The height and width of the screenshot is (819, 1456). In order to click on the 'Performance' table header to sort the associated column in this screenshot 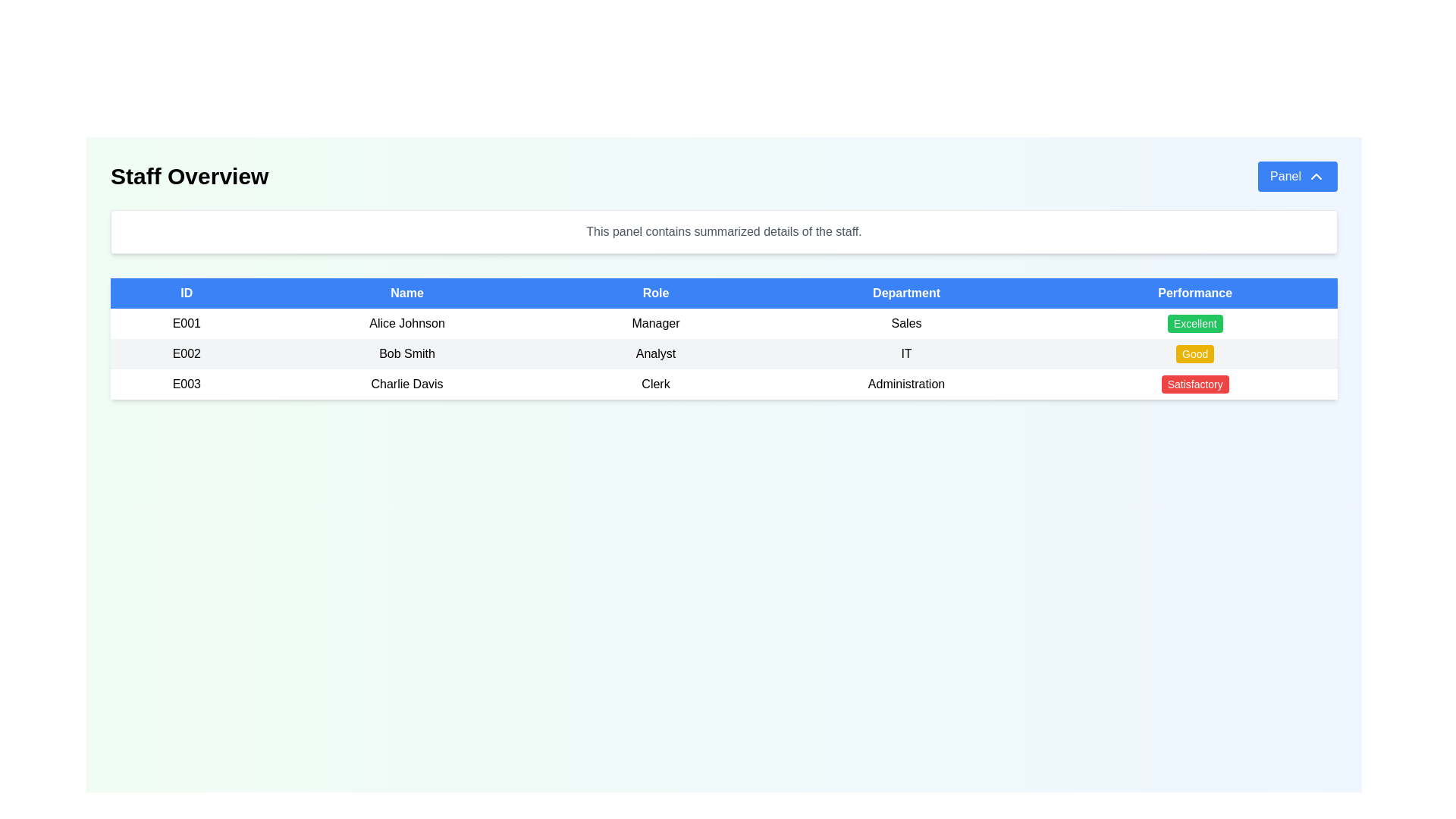, I will do `click(1194, 293)`.